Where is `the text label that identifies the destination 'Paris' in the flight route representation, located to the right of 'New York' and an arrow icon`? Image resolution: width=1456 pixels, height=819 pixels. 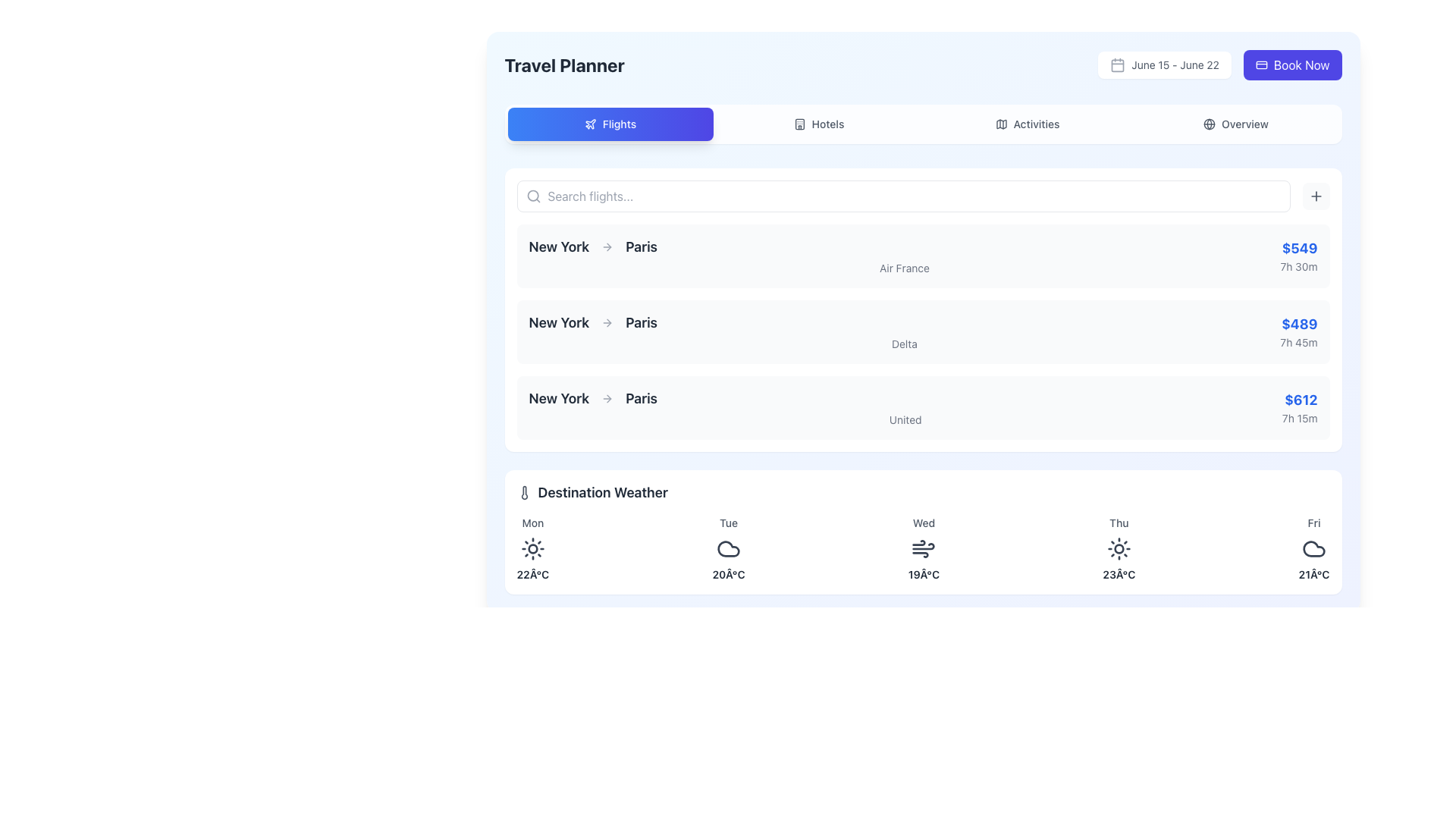 the text label that identifies the destination 'Paris' in the flight route representation, located to the right of 'New York' and an arrow icon is located at coordinates (642, 246).